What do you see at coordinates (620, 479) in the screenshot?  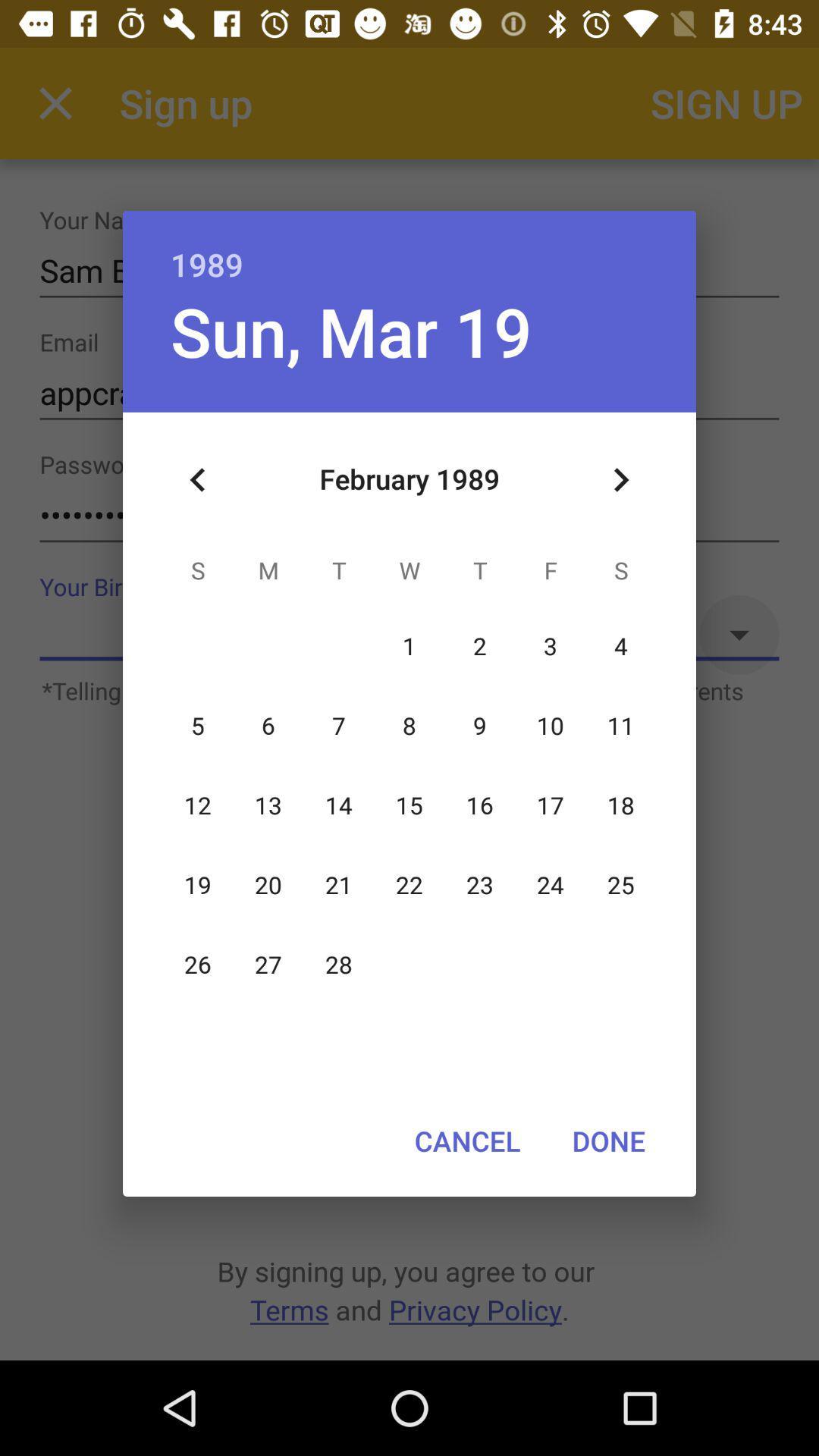 I see `item at the top right corner` at bounding box center [620, 479].